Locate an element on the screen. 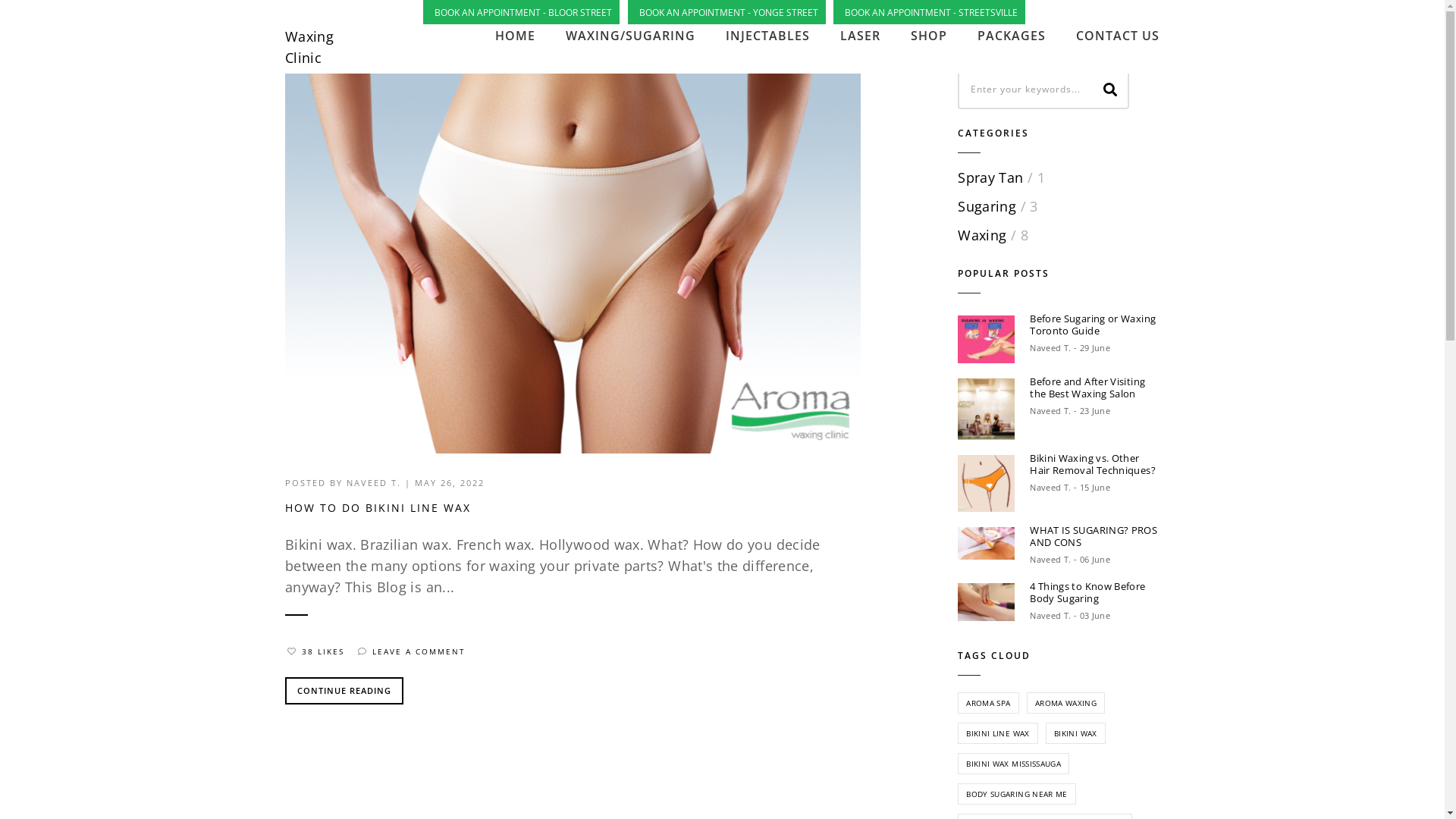 The height and width of the screenshot is (819, 1456). 'CONTINUE READING' is located at coordinates (344, 690).